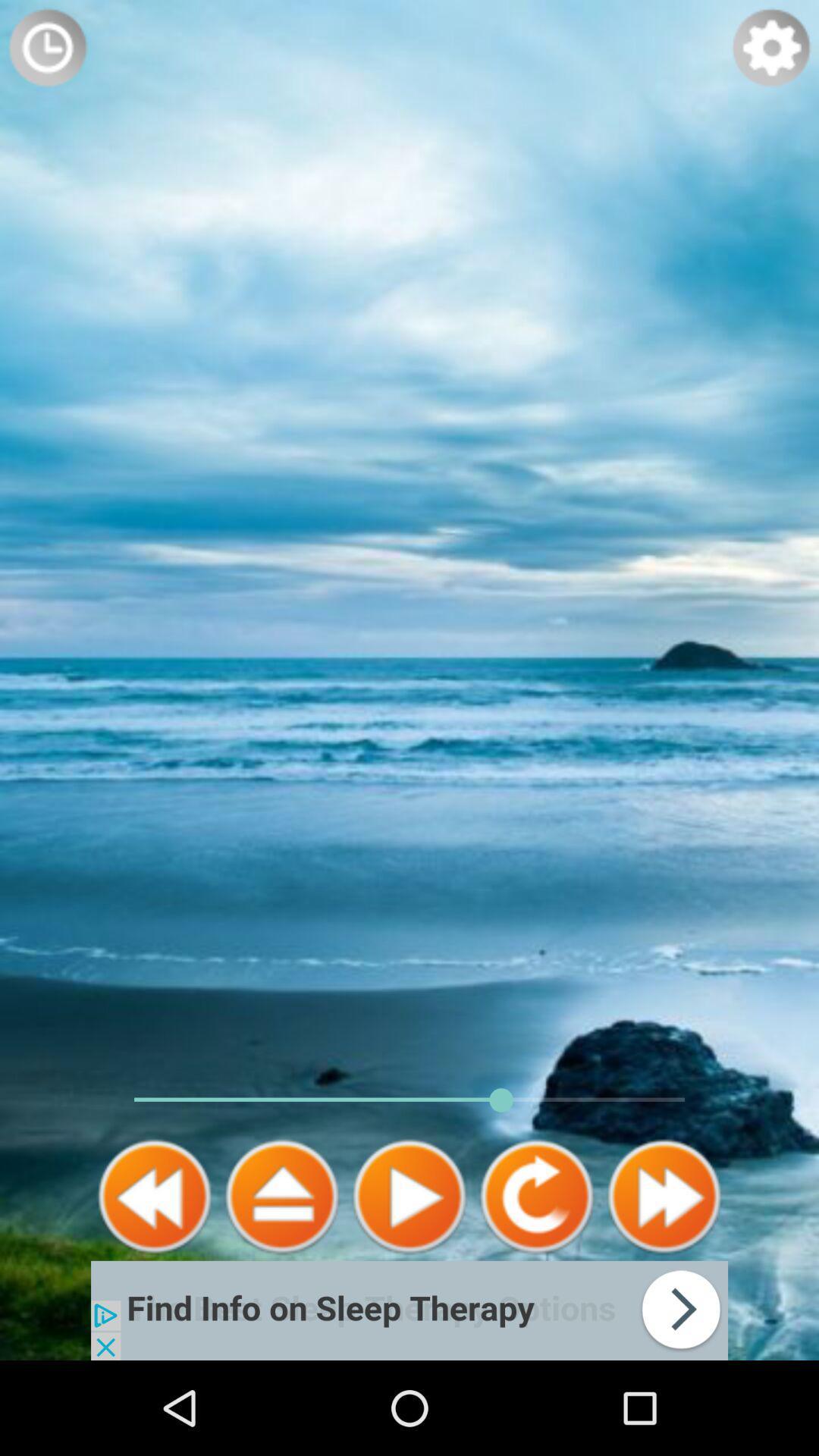 Image resolution: width=819 pixels, height=1456 pixels. Describe the element at coordinates (771, 51) in the screenshot. I see `the settings icon` at that location.